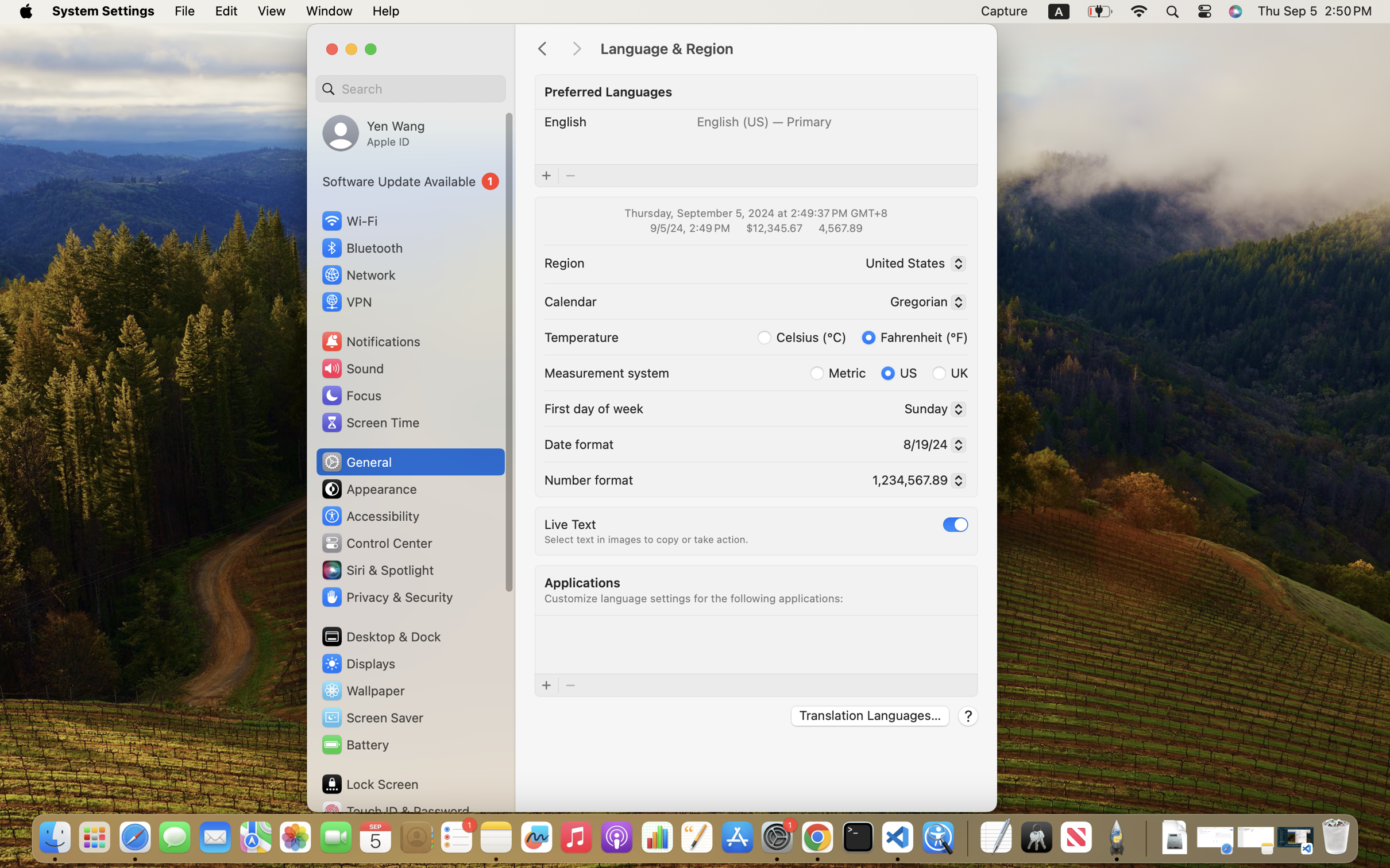 This screenshot has width=1390, height=868. What do you see at coordinates (395, 811) in the screenshot?
I see `'Touch ID & Password'` at bounding box center [395, 811].